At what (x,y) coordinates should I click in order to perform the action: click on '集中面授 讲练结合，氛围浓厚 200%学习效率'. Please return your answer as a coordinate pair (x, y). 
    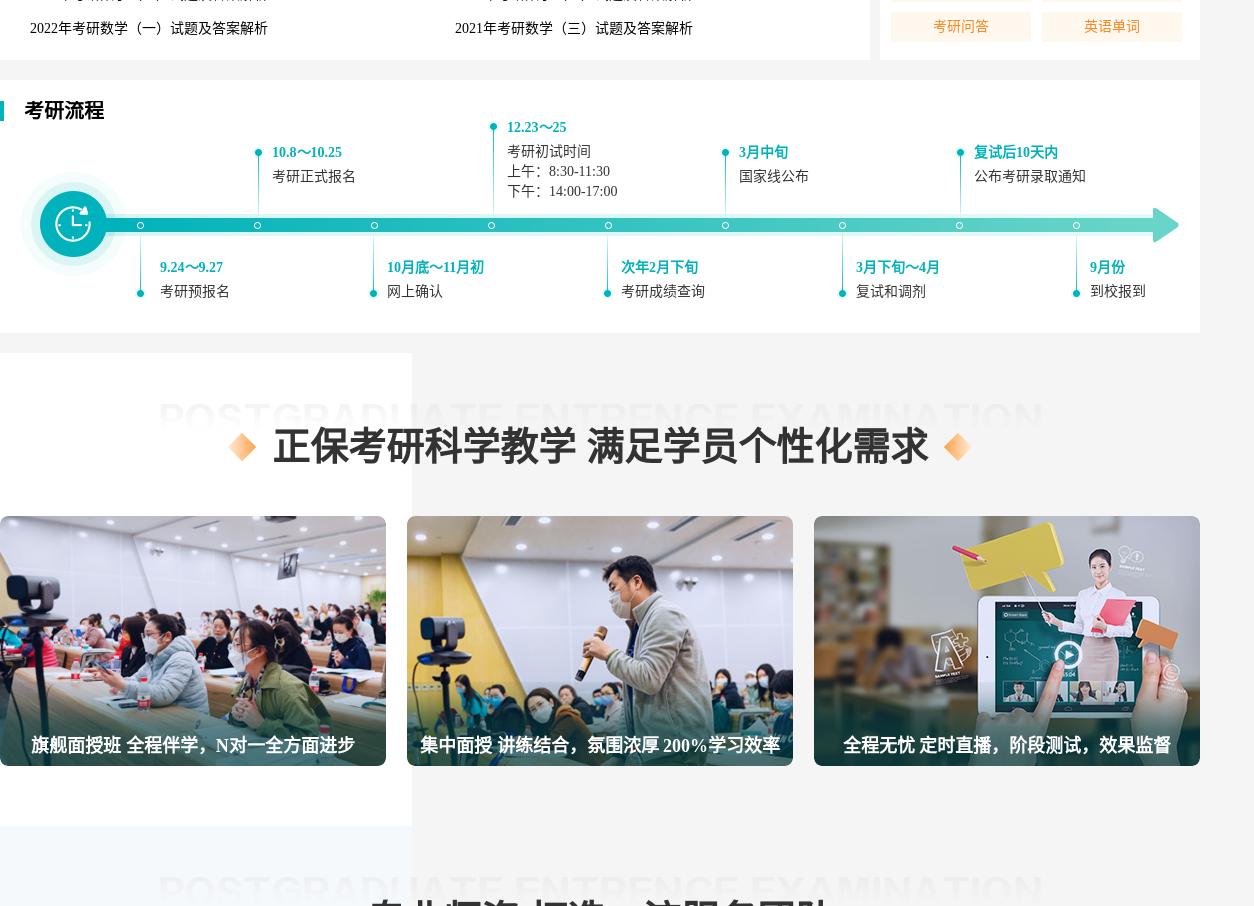
    Looking at the image, I should click on (599, 745).